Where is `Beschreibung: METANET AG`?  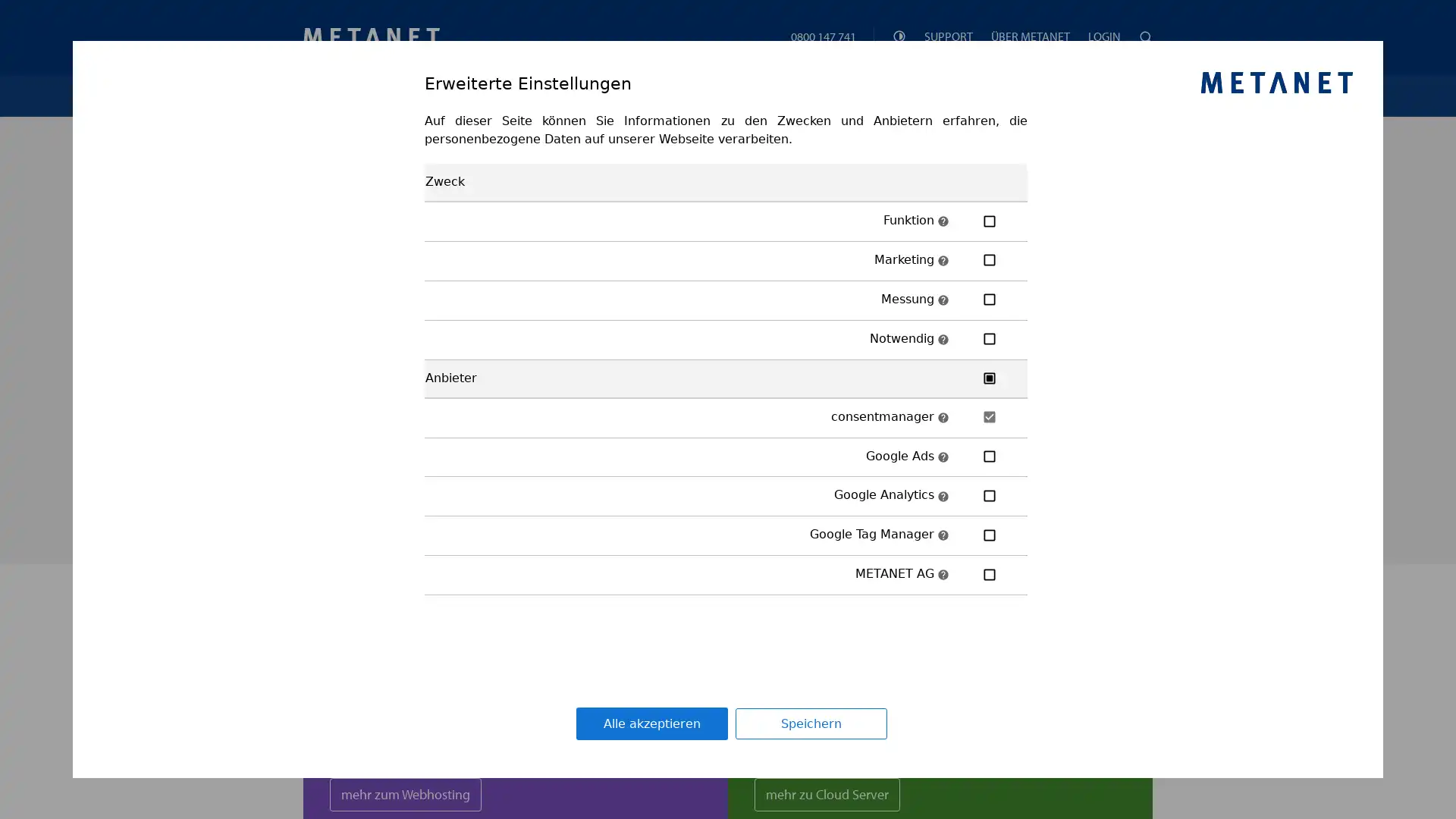
Beschreibung: METANET AG is located at coordinates (942, 573).